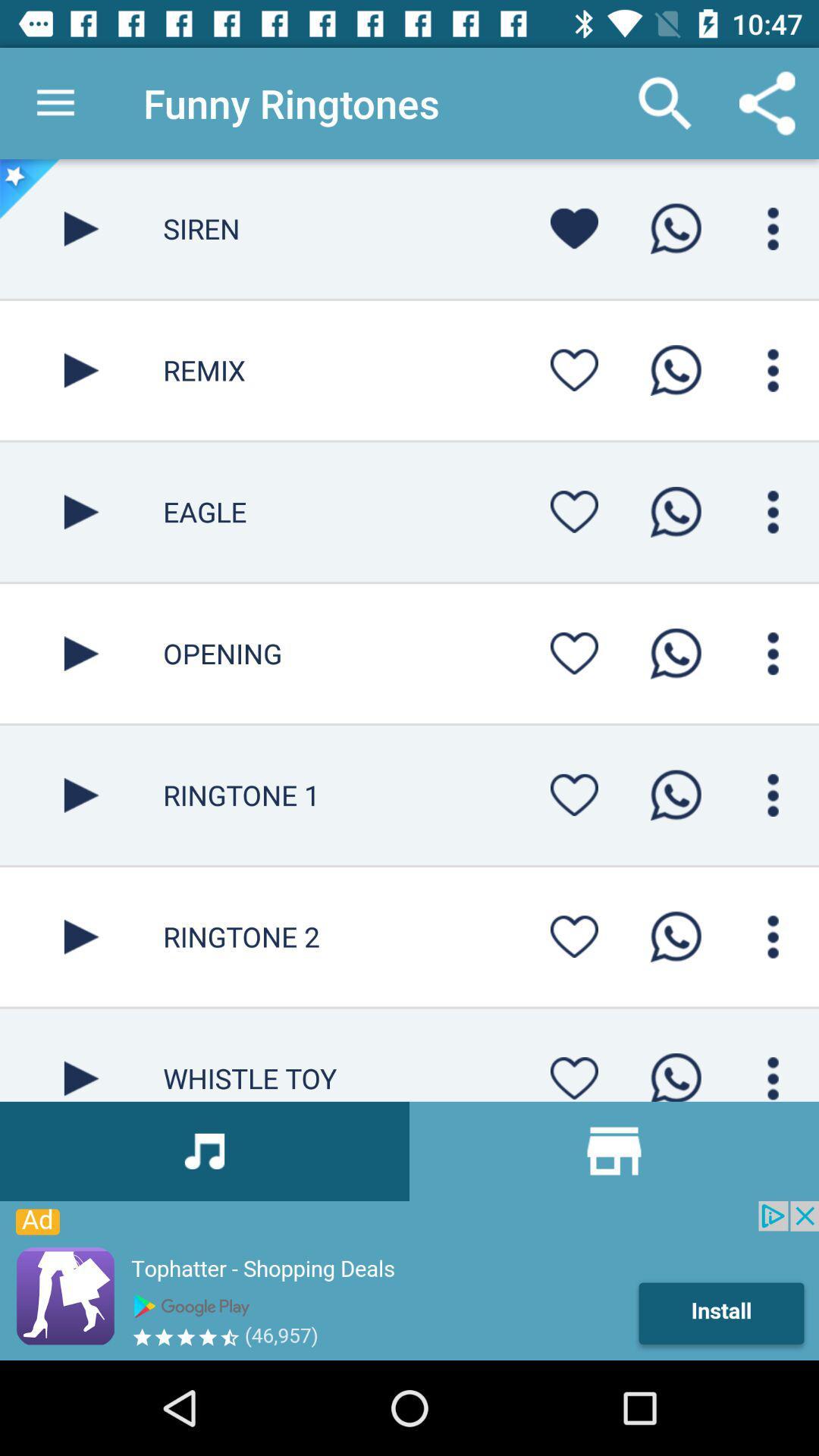  What do you see at coordinates (574, 794) in the screenshot?
I see `button` at bounding box center [574, 794].